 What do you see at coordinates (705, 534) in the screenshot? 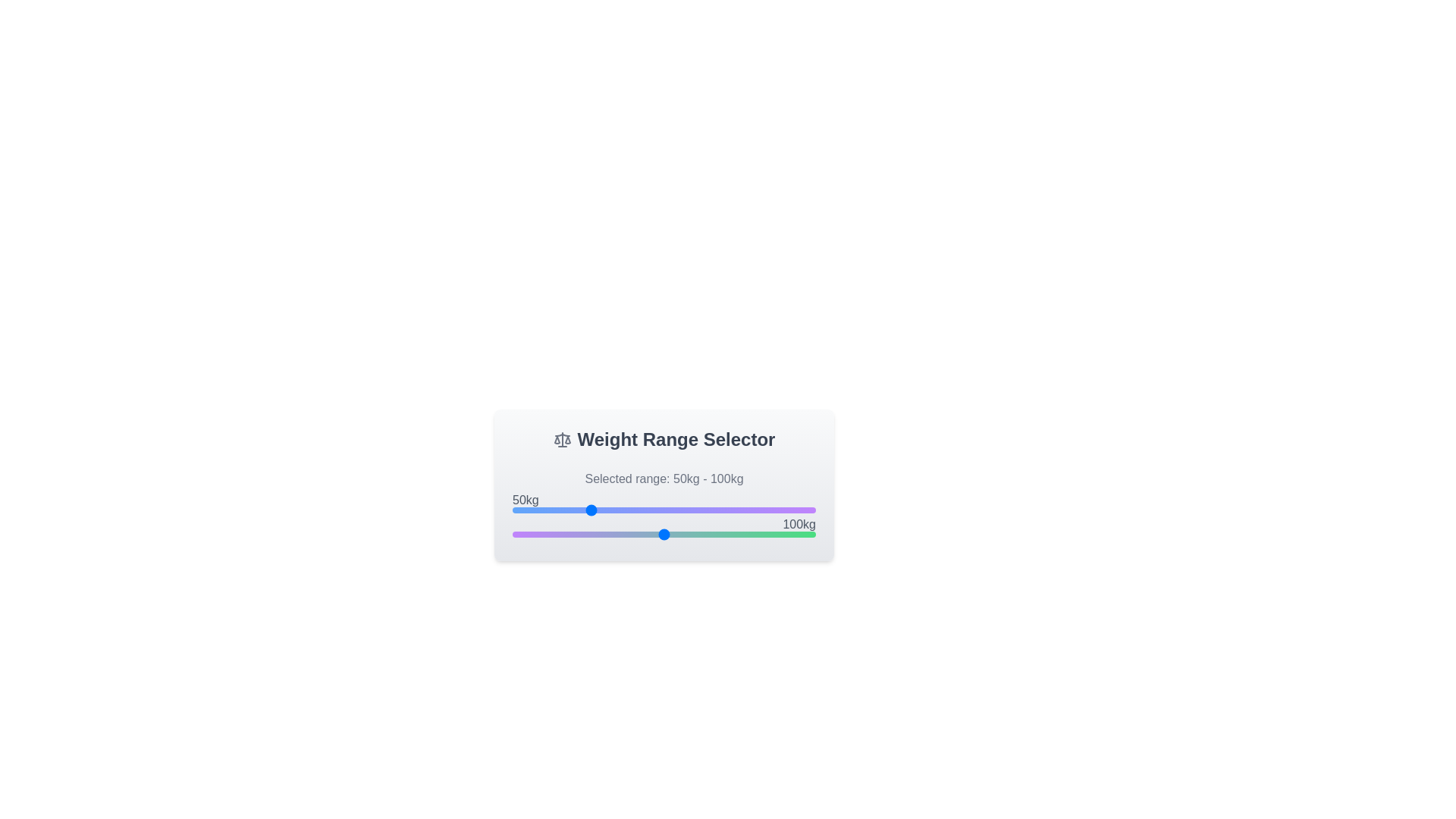
I see `the right slider to set the maximum weight to 128 kg` at bounding box center [705, 534].